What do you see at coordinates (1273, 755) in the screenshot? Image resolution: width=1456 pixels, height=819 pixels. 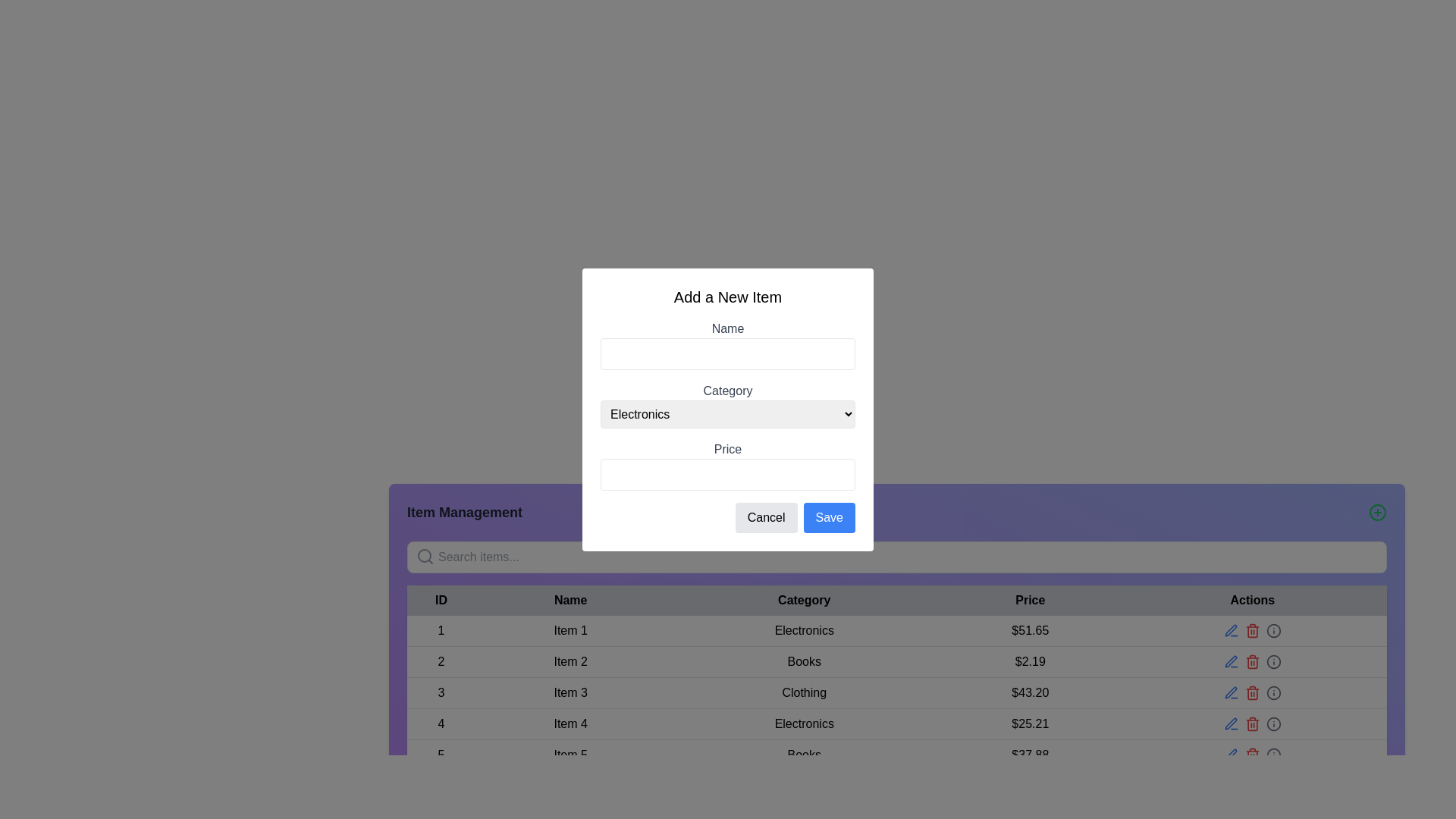 I see `the circular graphical icon component representing general information located in the lower-right area of the central action region of the application` at bounding box center [1273, 755].